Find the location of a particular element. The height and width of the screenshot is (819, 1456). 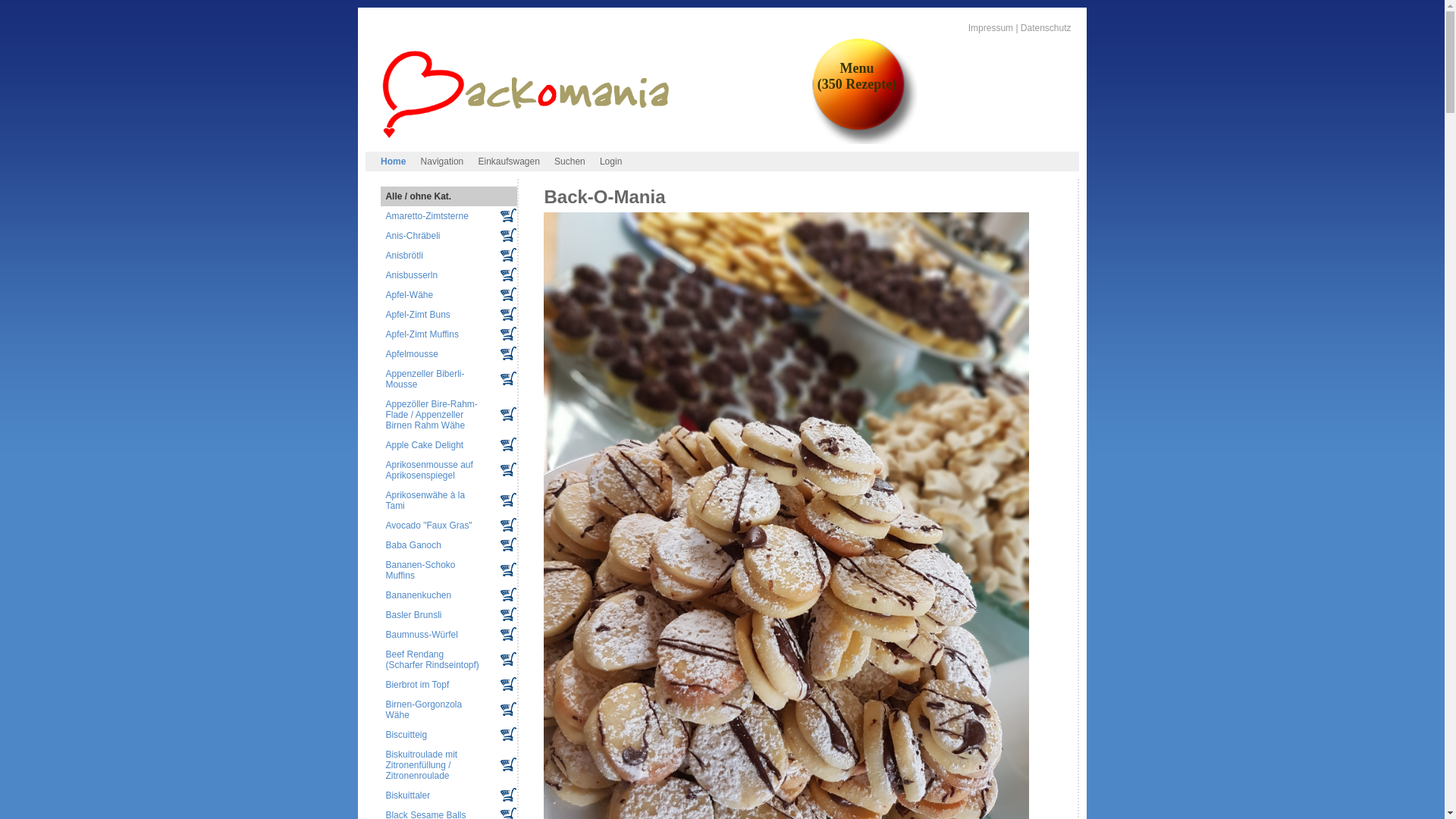

'Menu is located at coordinates (811, 76).